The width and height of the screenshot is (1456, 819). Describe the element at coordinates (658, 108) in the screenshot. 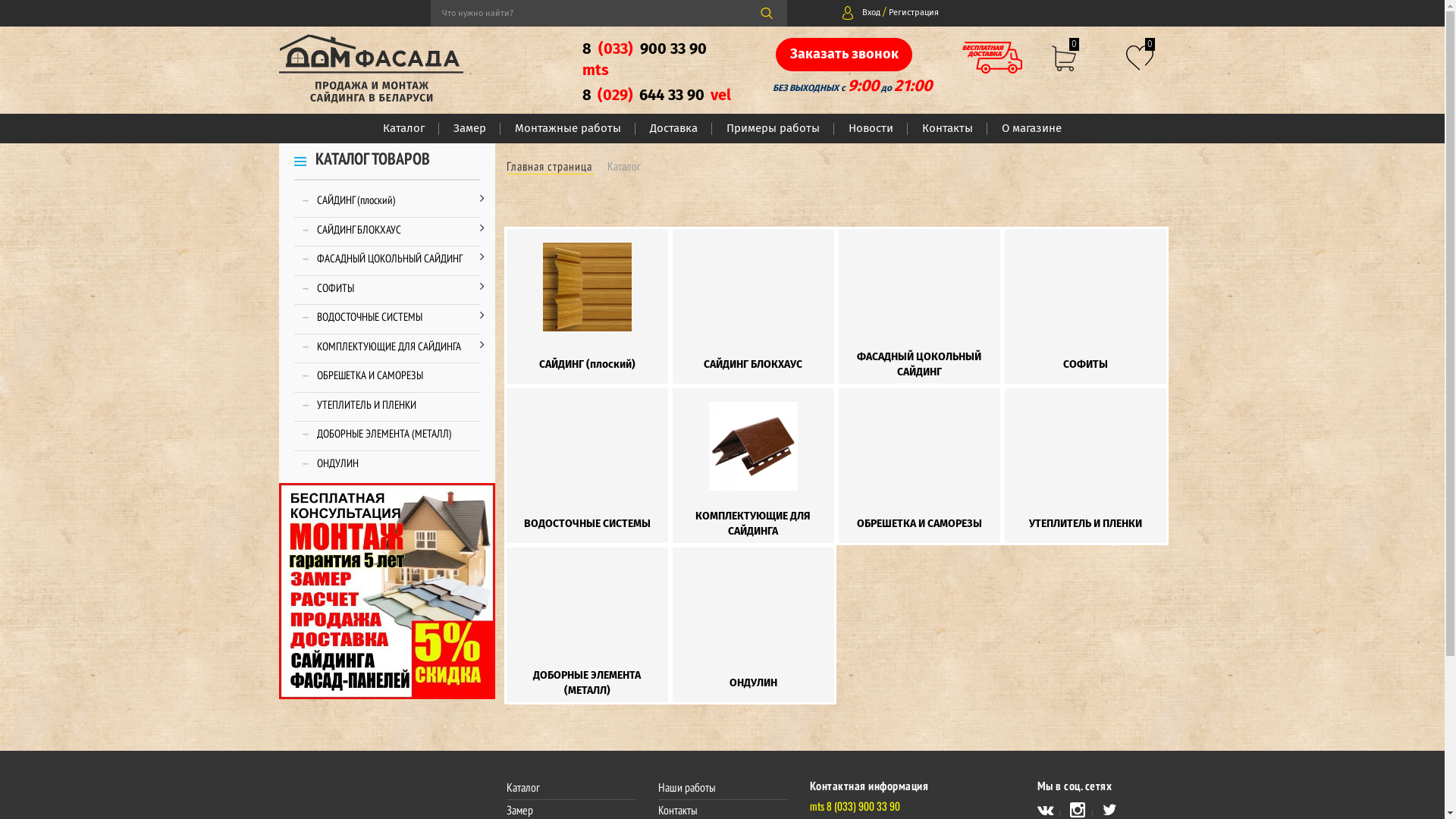

I see `'8  (029)  644 33 90  vel'` at that location.